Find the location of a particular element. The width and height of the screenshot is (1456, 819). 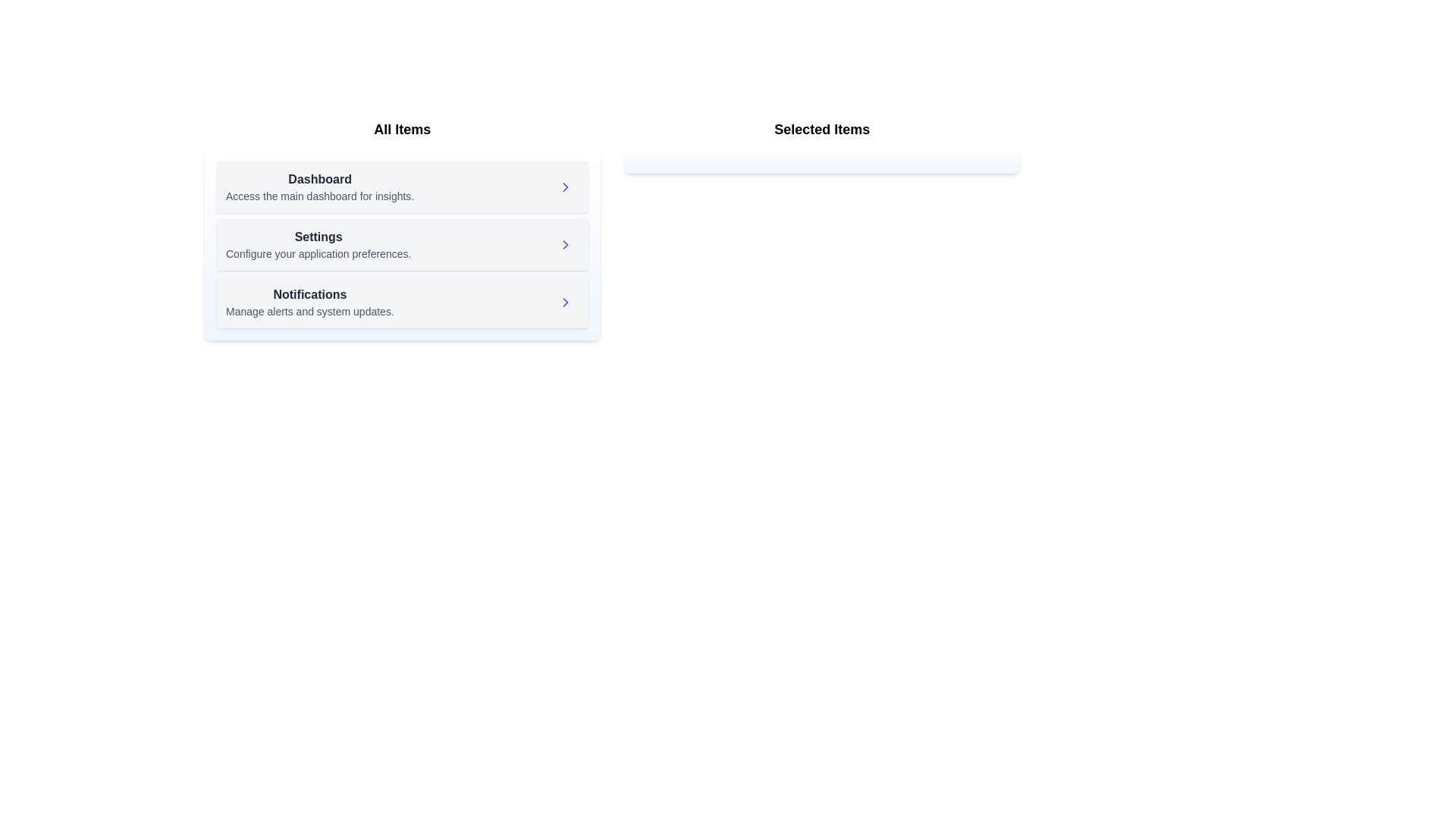

the item Settings to highlight it is located at coordinates (318, 244).